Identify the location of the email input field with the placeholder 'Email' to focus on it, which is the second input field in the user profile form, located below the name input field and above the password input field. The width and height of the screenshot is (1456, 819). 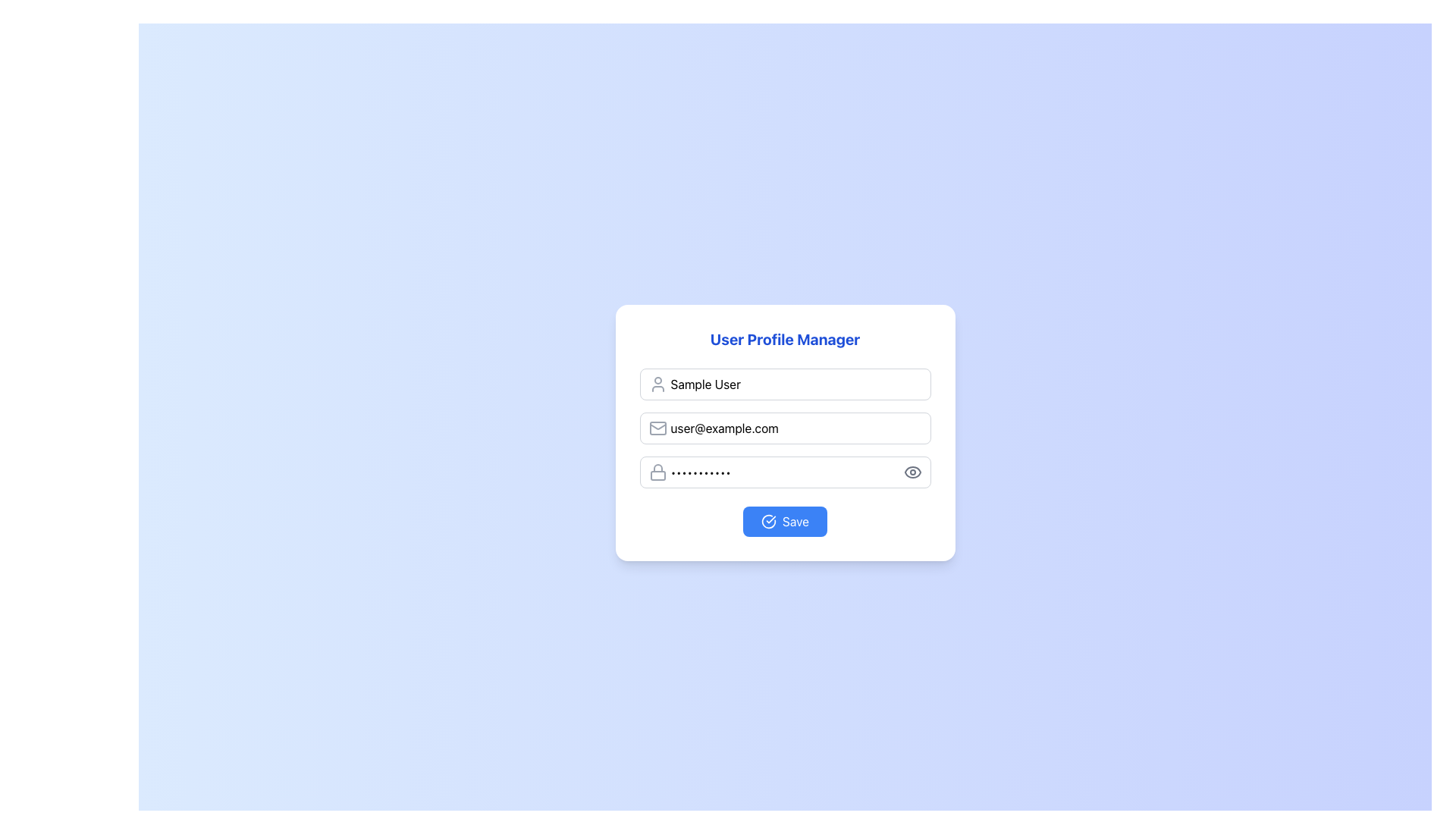
(785, 428).